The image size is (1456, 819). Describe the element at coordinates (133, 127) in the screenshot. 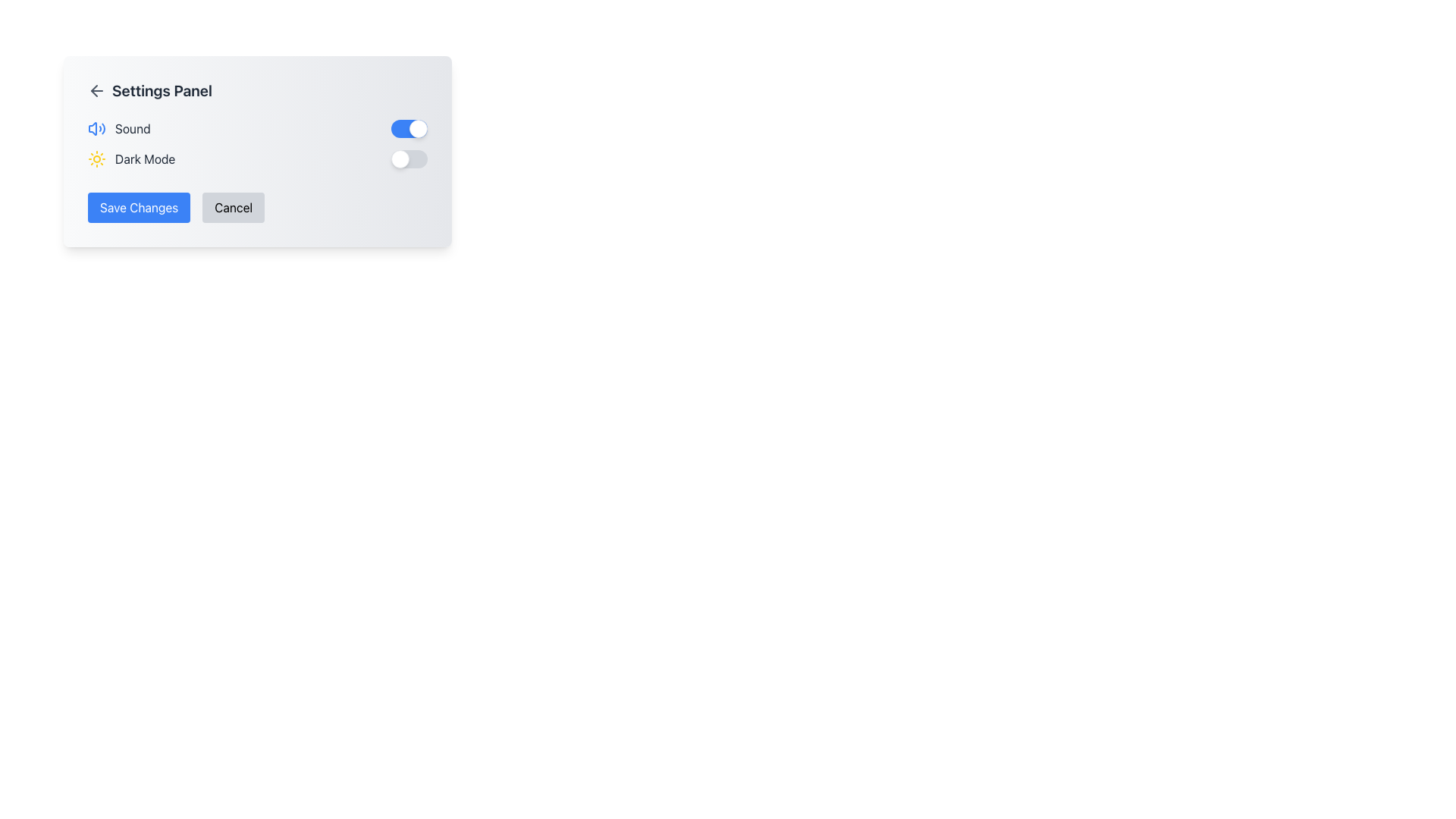

I see `the 'Sound' text label styled with a gray font color in the settings user interface, which is located next to an audio icon and is the first option in the list of settings options` at that location.